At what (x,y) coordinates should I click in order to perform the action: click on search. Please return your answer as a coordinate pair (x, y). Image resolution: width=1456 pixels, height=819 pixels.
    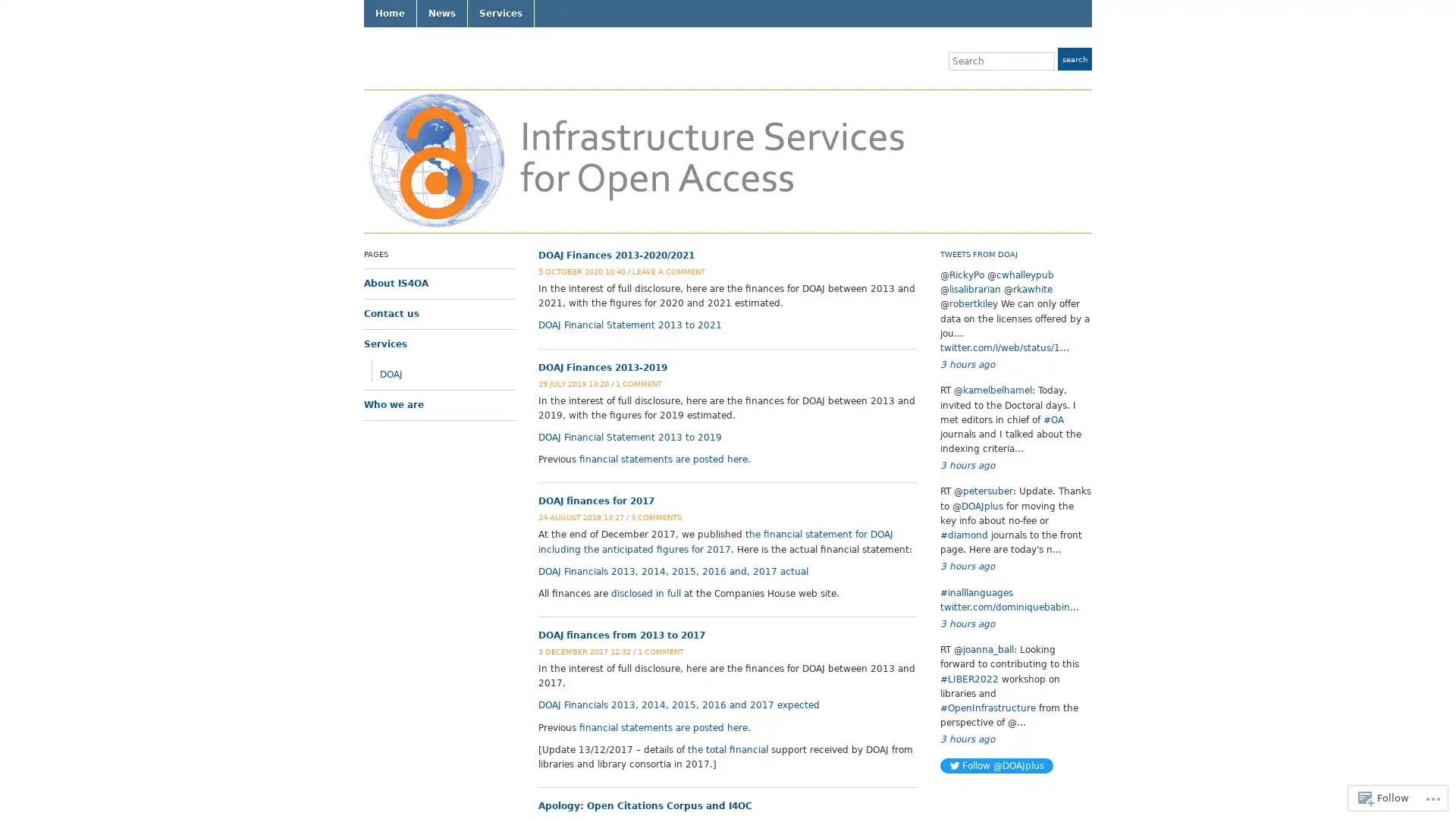
    Looking at the image, I should click on (1074, 58).